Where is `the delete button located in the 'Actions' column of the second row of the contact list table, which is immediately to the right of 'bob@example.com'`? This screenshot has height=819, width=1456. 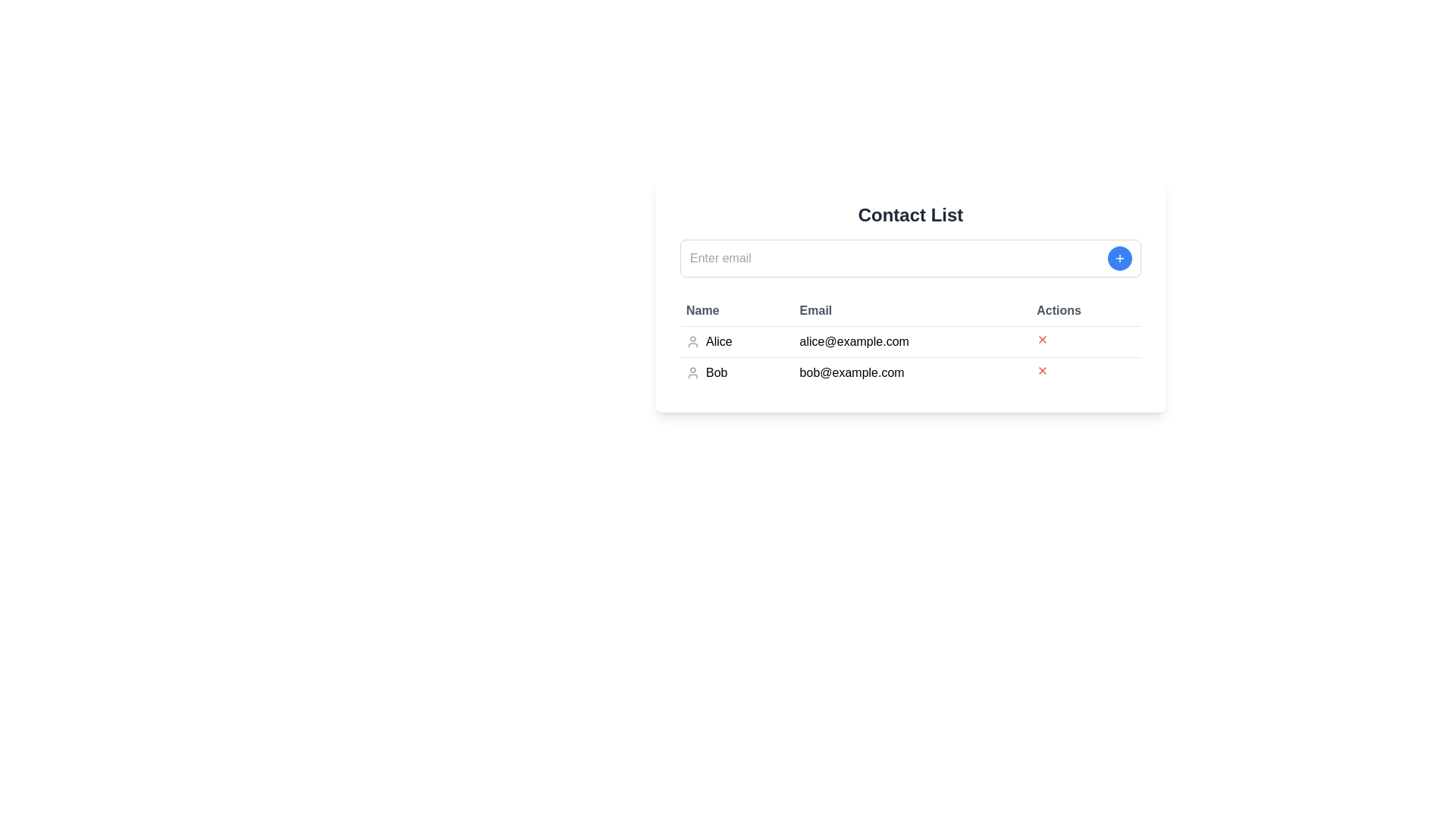 the delete button located in the 'Actions' column of the second row of the contact list table, which is immediately to the right of 'bob@example.com' is located at coordinates (1085, 372).